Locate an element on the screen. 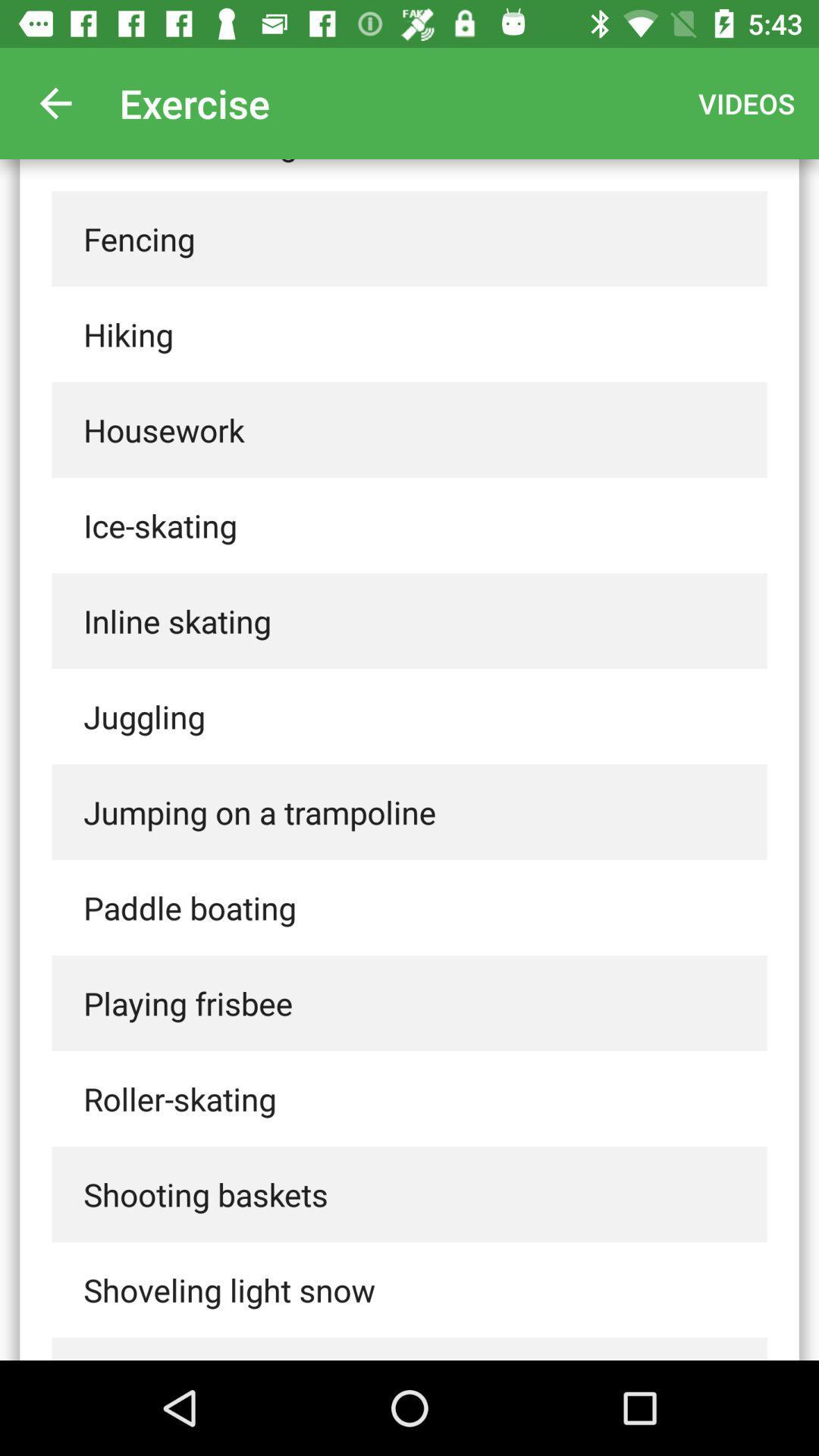 The image size is (819, 1456). icon to the left of exercise is located at coordinates (55, 102).